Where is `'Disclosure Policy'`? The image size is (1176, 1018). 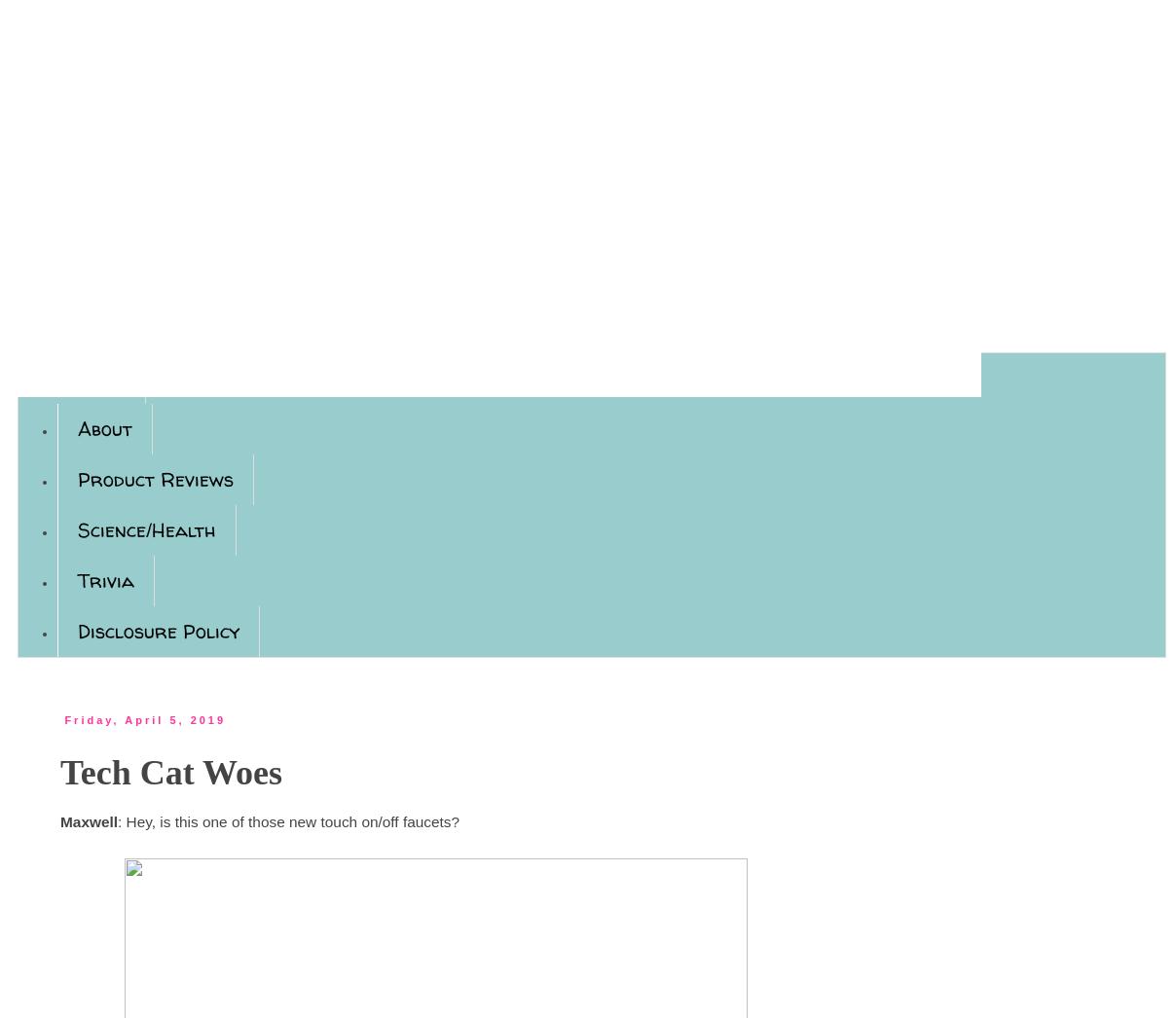
'Disclosure Policy' is located at coordinates (76, 630).